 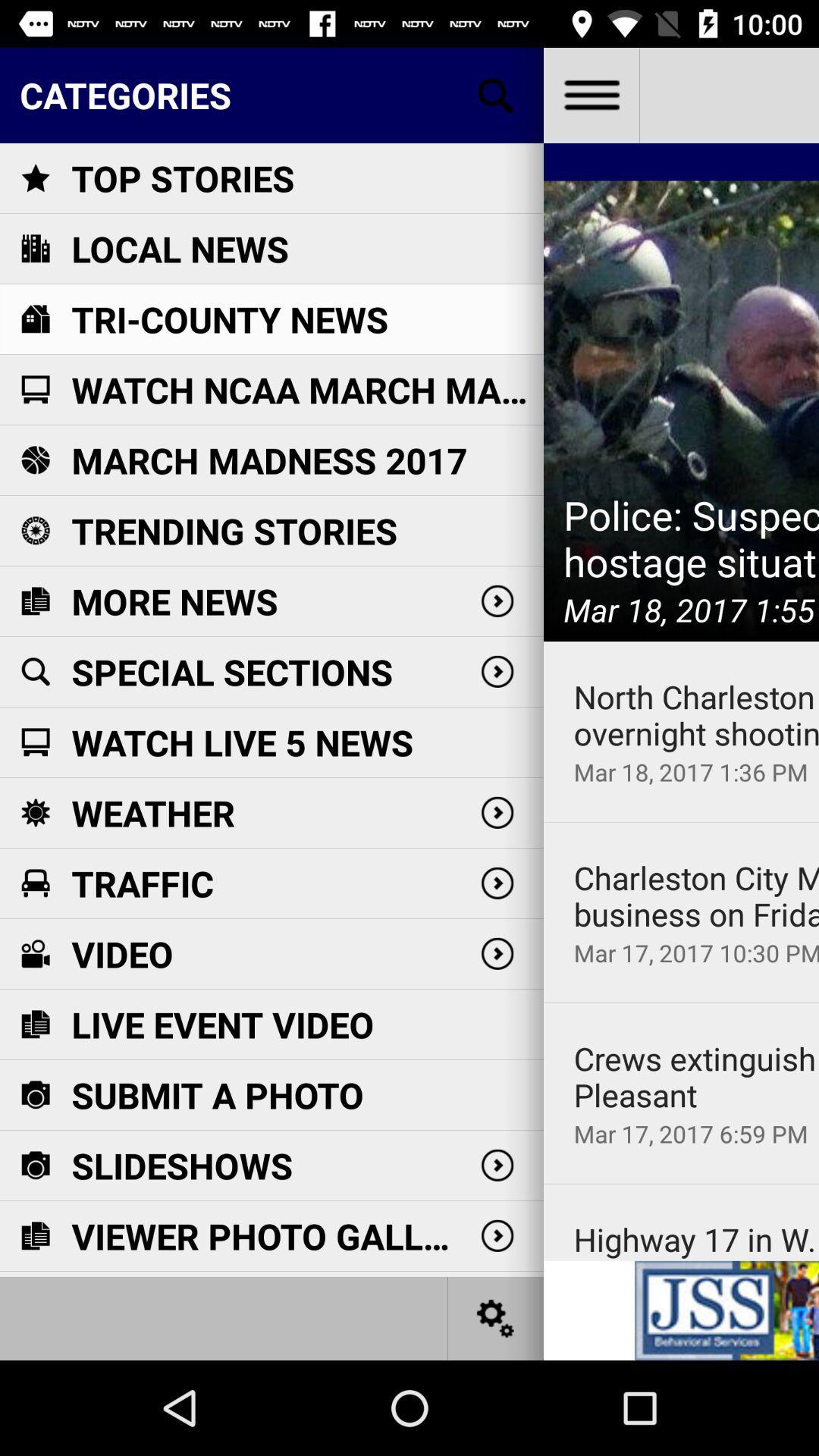 I want to click on categories item, so click(x=271, y=94).